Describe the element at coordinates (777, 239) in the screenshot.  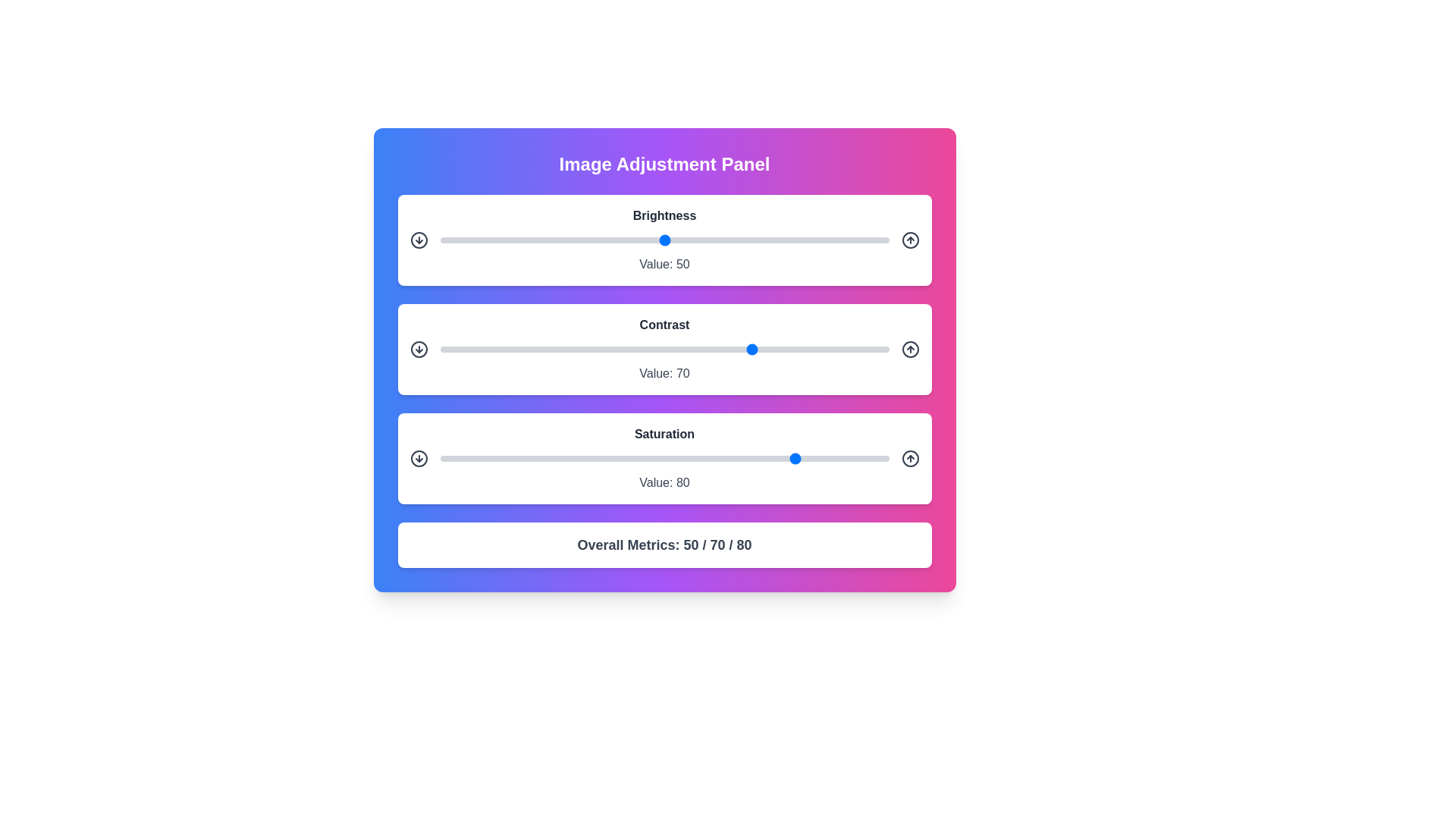
I see `brightness` at that location.